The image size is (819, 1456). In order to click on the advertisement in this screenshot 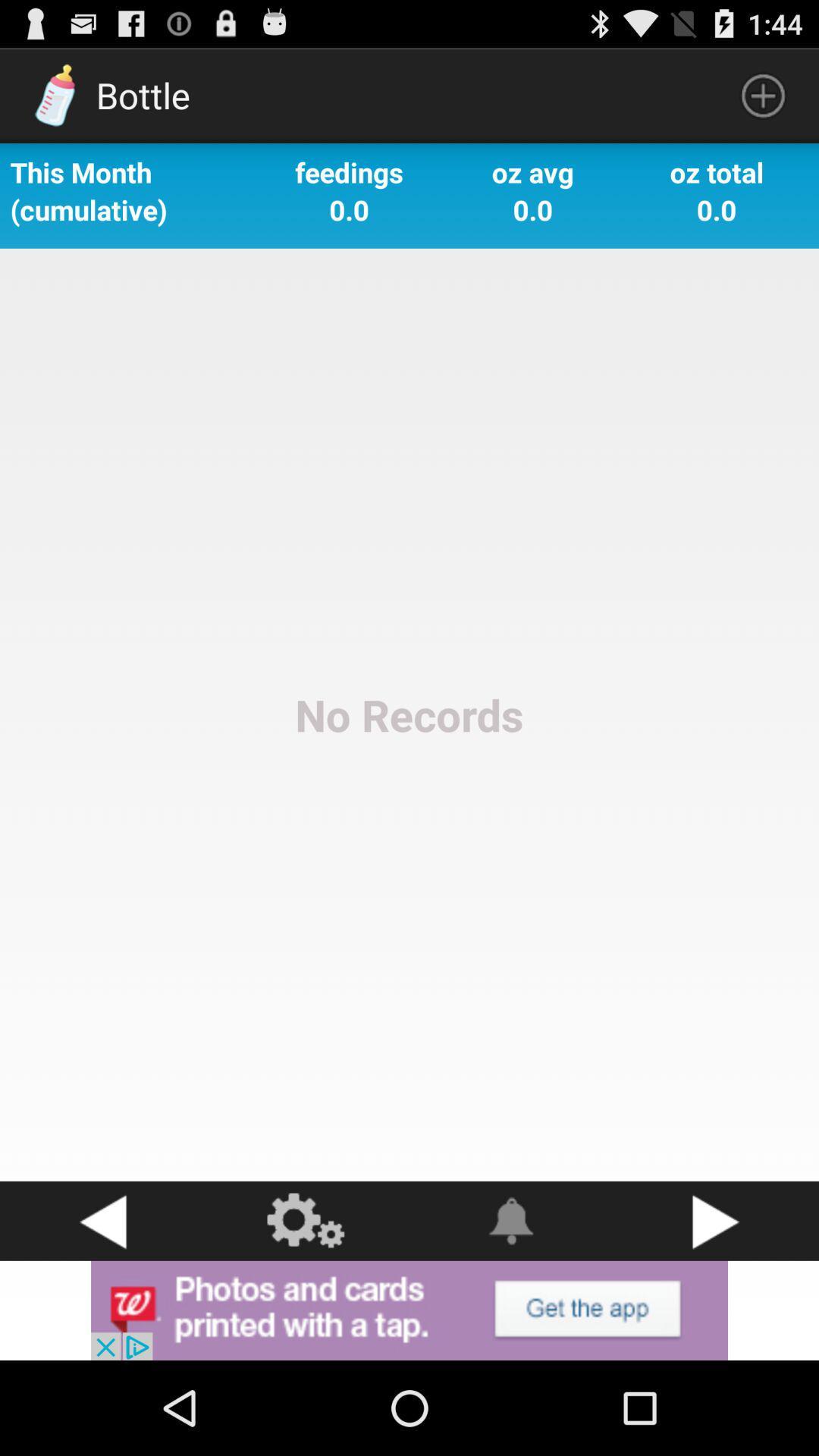, I will do `click(409, 1310)`.